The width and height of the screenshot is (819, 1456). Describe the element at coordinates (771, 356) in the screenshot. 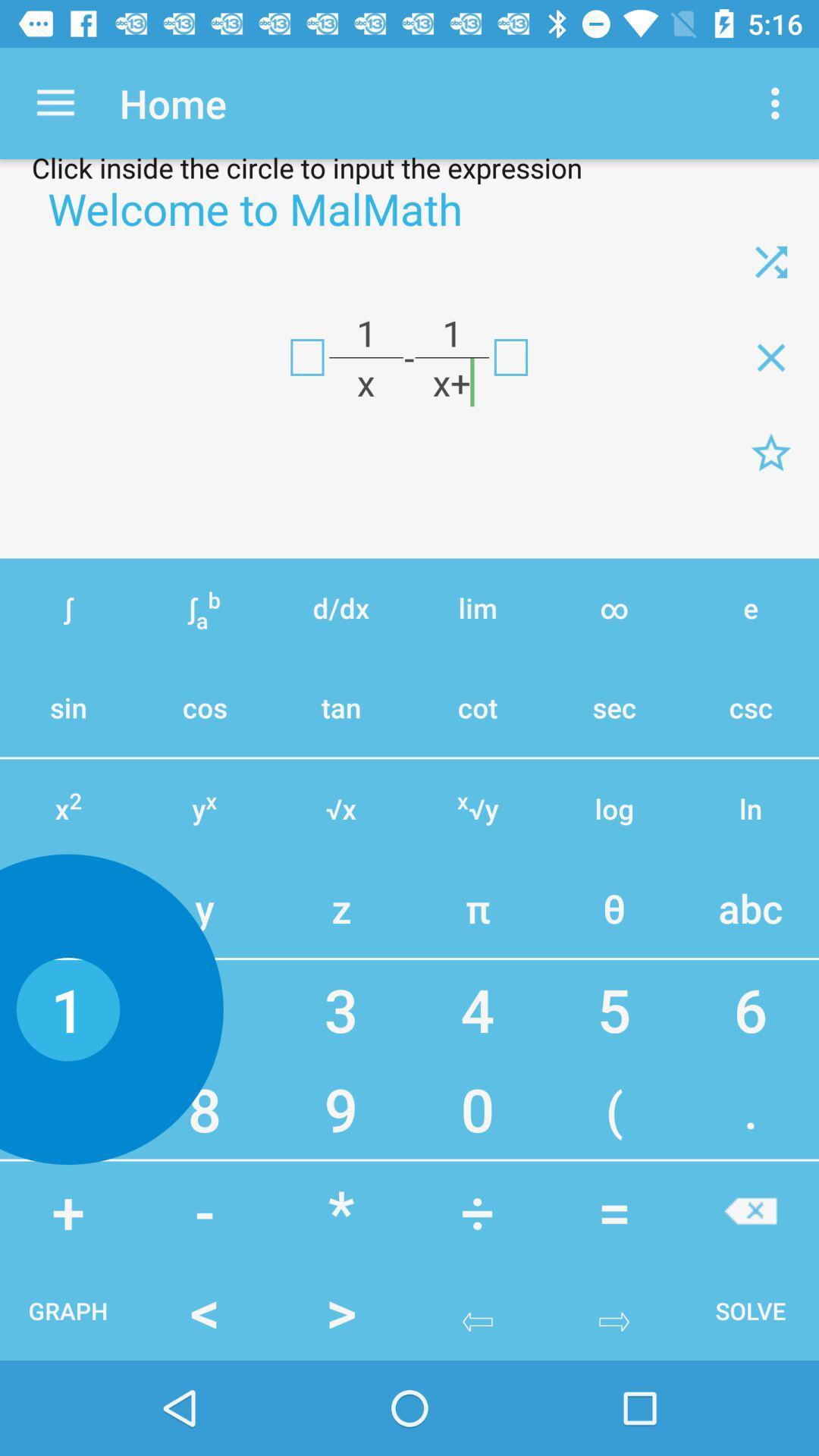

I see `delete` at that location.